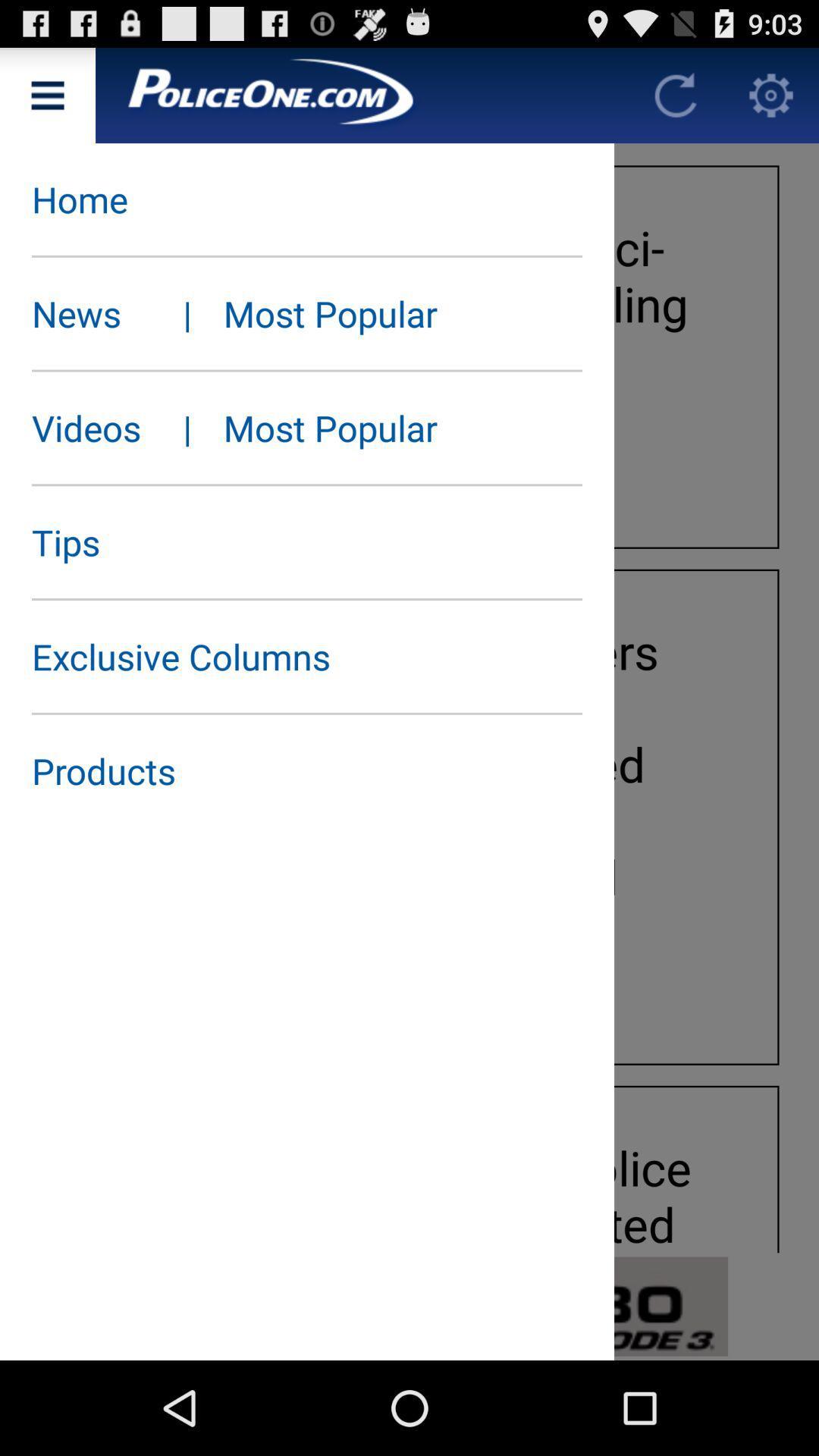 The image size is (819, 1456). I want to click on the menu icon, so click(46, 101).